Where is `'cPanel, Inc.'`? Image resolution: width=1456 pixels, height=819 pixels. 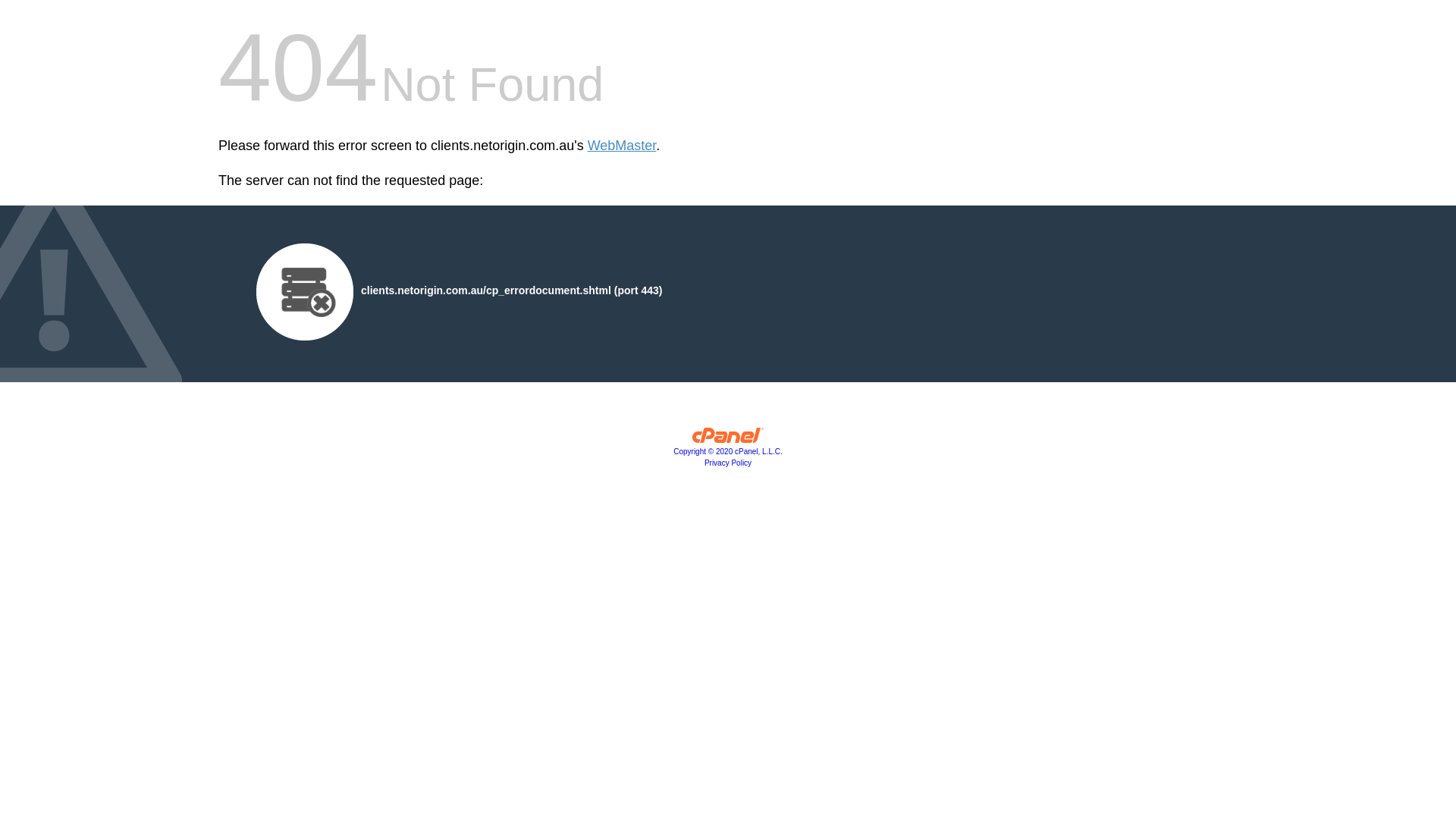
'cPanel, Inc.' is located at coordinates (691, 438).